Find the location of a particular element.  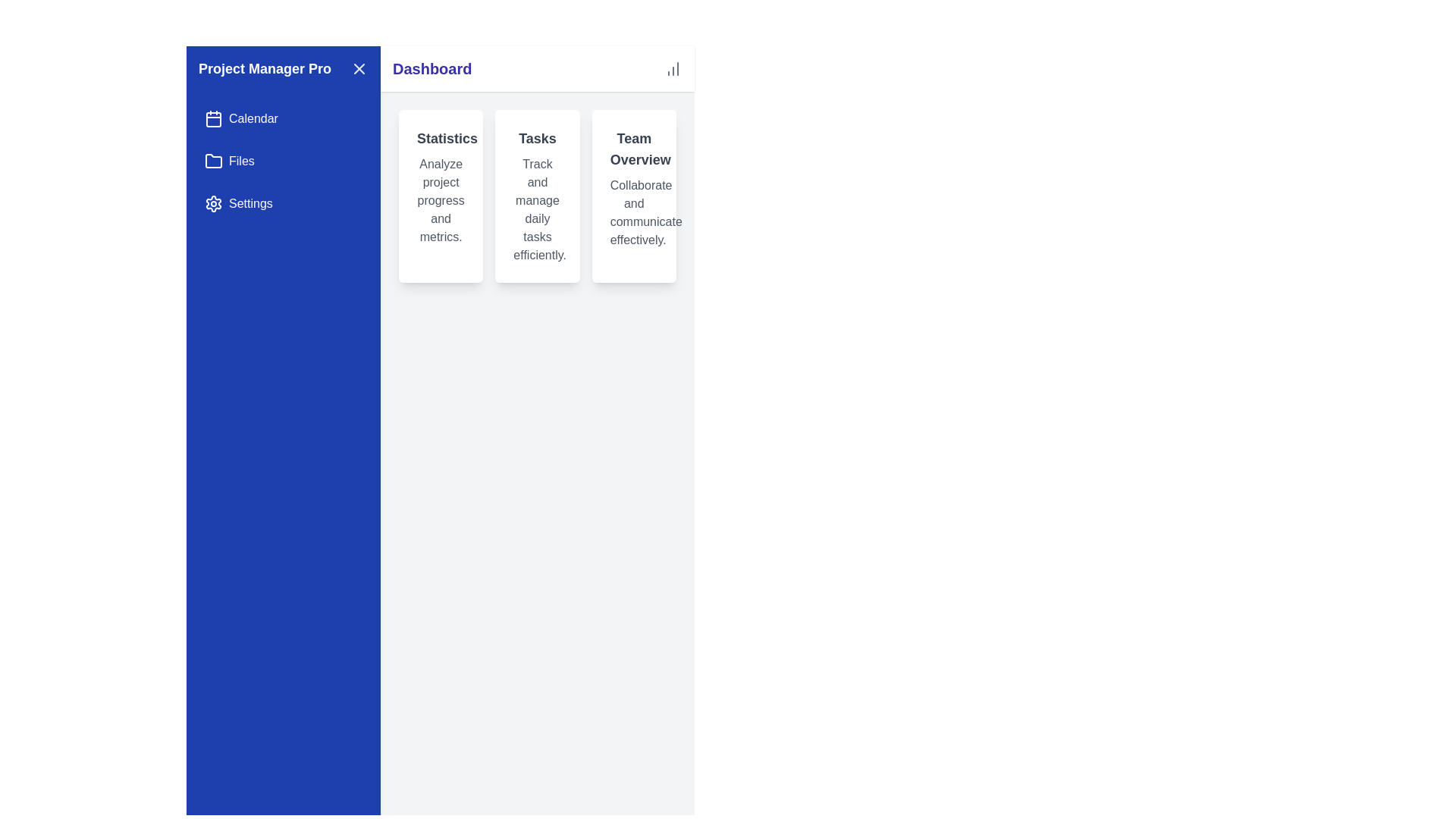

the 'Statistics' text label, which is styled in large, bold gray font at the top of a white shadowed card is located at coordinates (440, 138).